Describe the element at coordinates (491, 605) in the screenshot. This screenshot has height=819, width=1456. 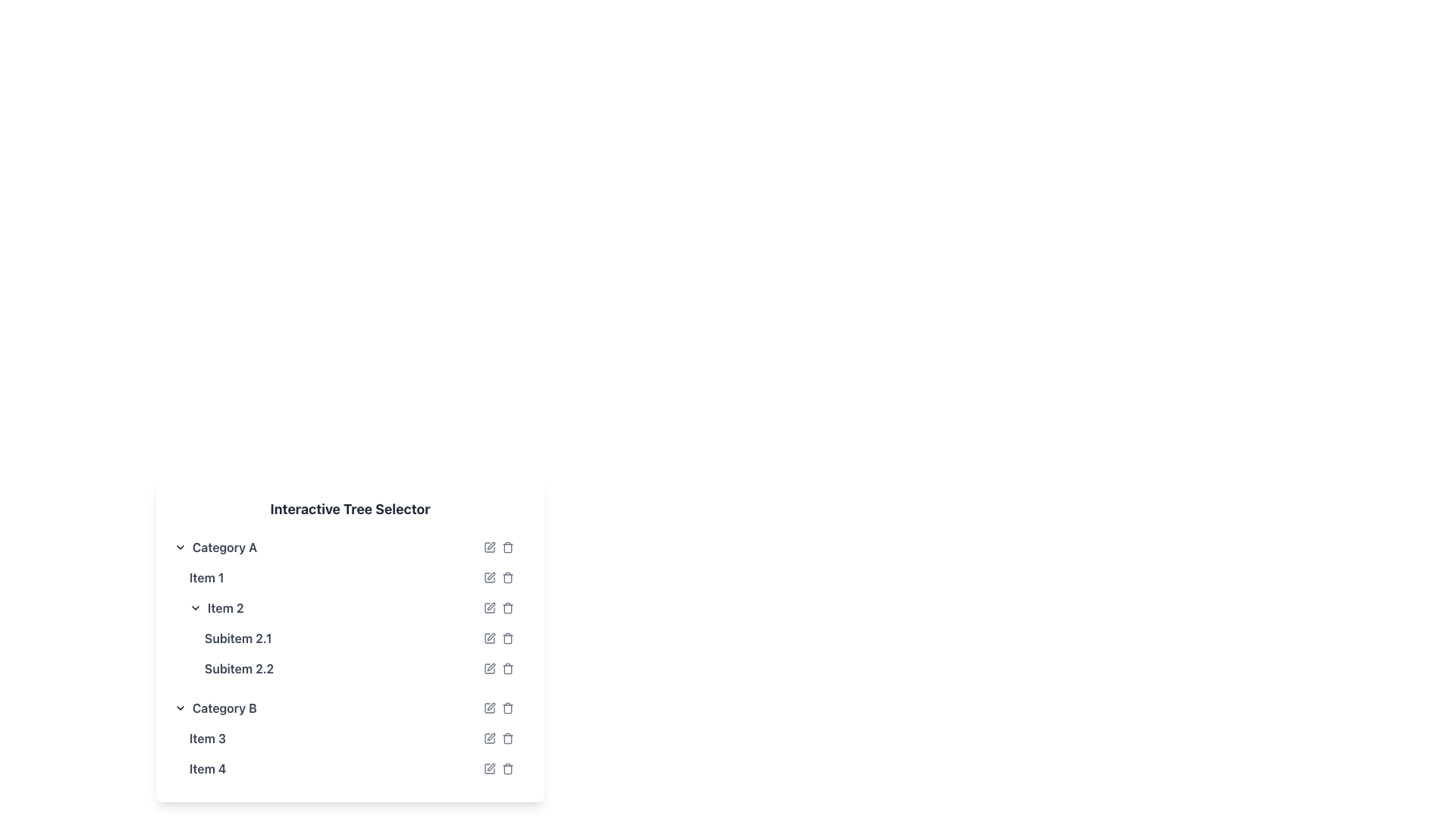
I see `the Interactive Icon next to 'Item 2' in the hierarchical tree selector` at that location.